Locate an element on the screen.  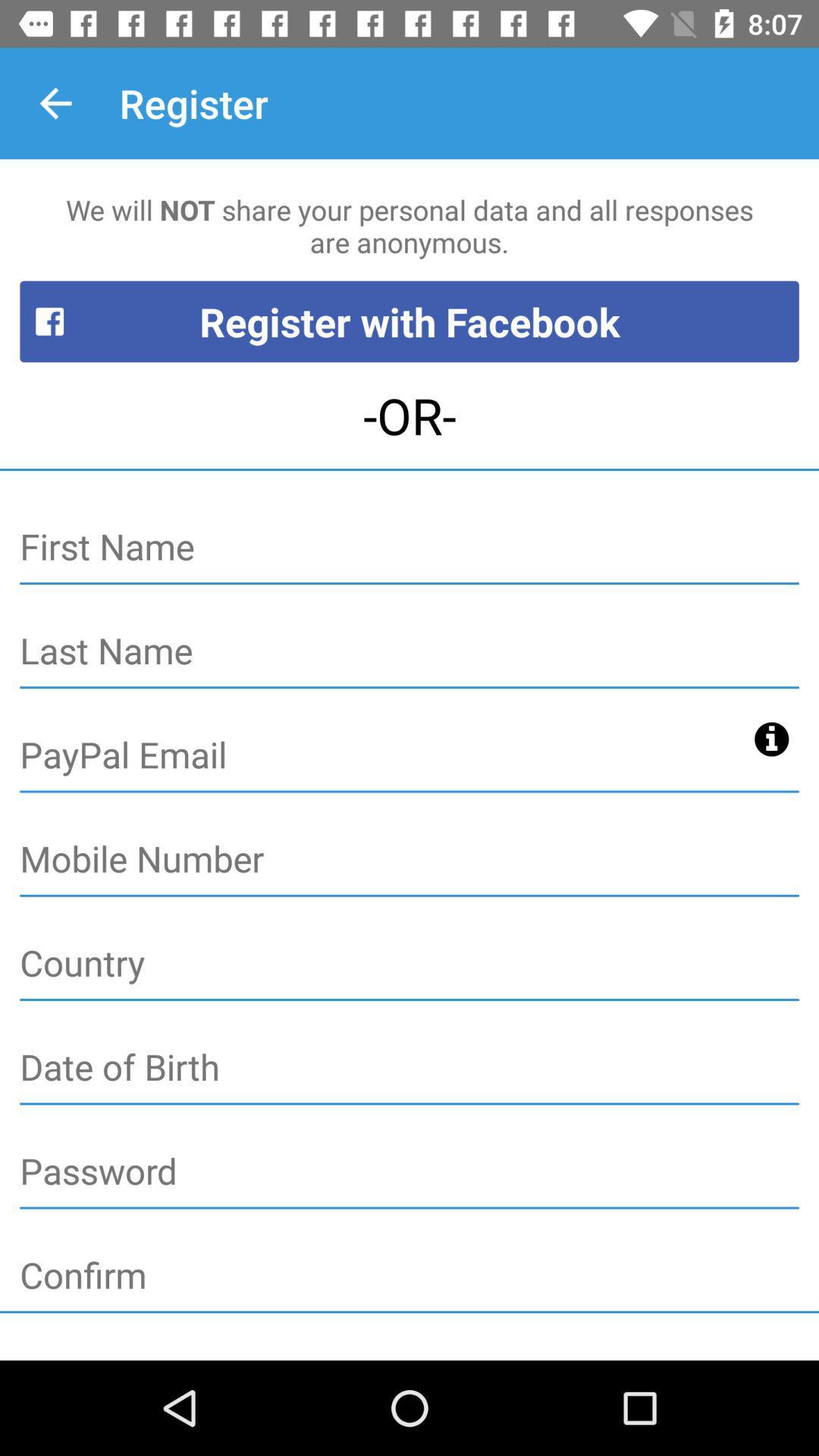
icon above the we will not icon is located at coordinates (55, 102).